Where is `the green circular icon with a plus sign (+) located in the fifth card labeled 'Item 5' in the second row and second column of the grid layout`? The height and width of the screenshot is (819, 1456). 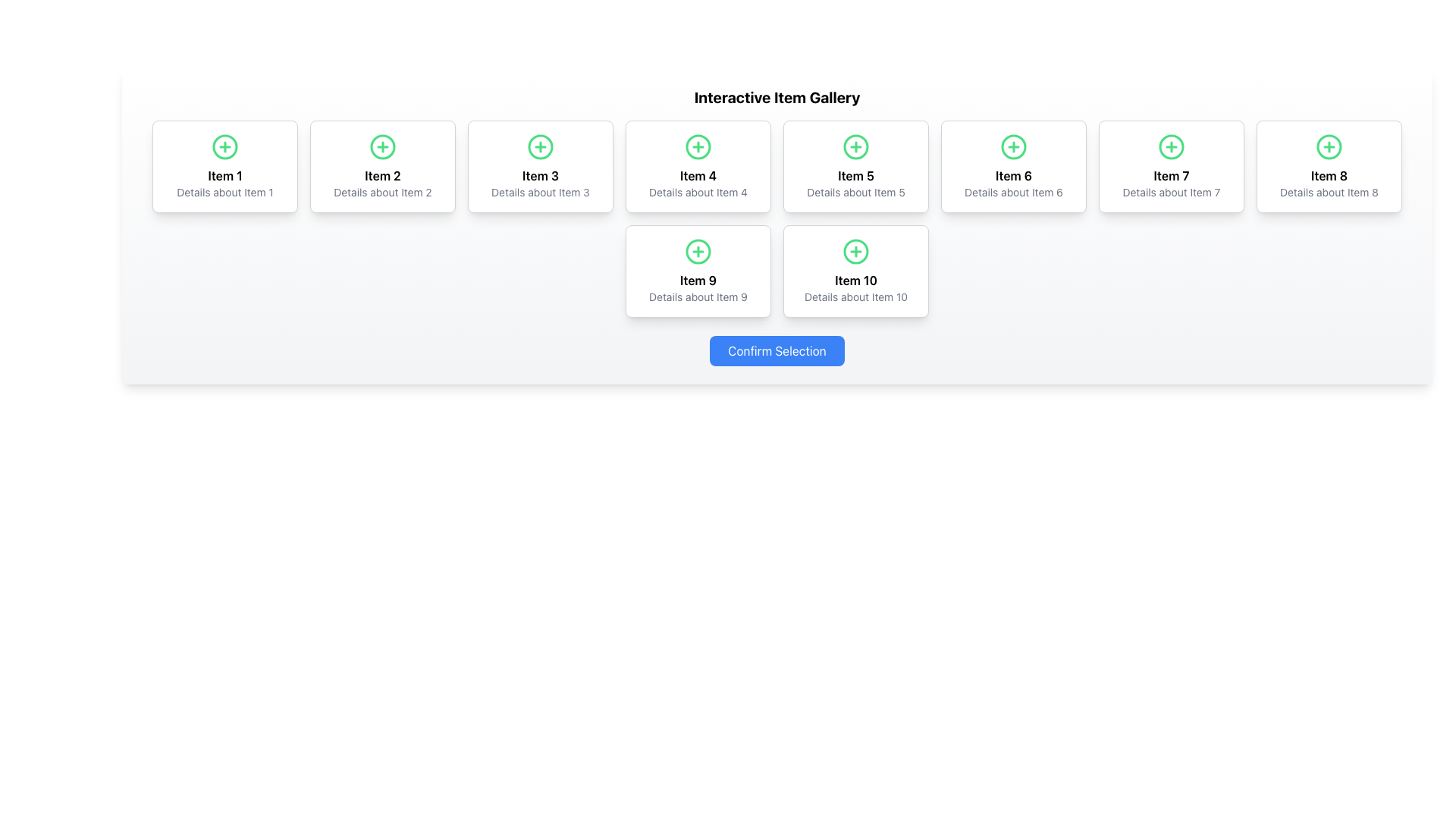
the green circular icon with a plus sign (+) located in the fifth card labeled 'Item 5' in the second row and second column of the grid layout is located at coordinates (855, 146).